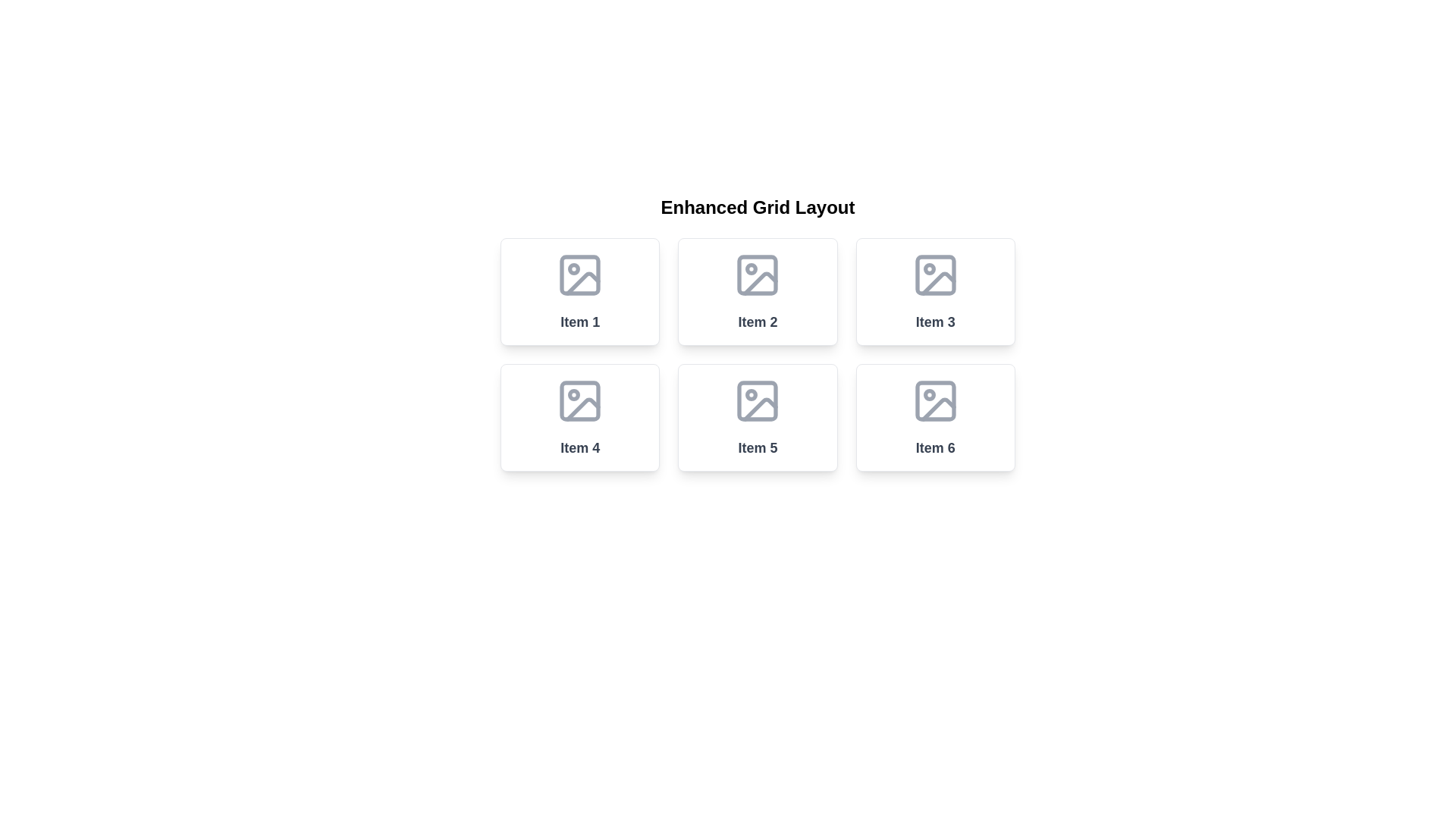 Image resolution: width=1456 pixels, height=819 pixels. I want to click on the text label, so click(934, 447).